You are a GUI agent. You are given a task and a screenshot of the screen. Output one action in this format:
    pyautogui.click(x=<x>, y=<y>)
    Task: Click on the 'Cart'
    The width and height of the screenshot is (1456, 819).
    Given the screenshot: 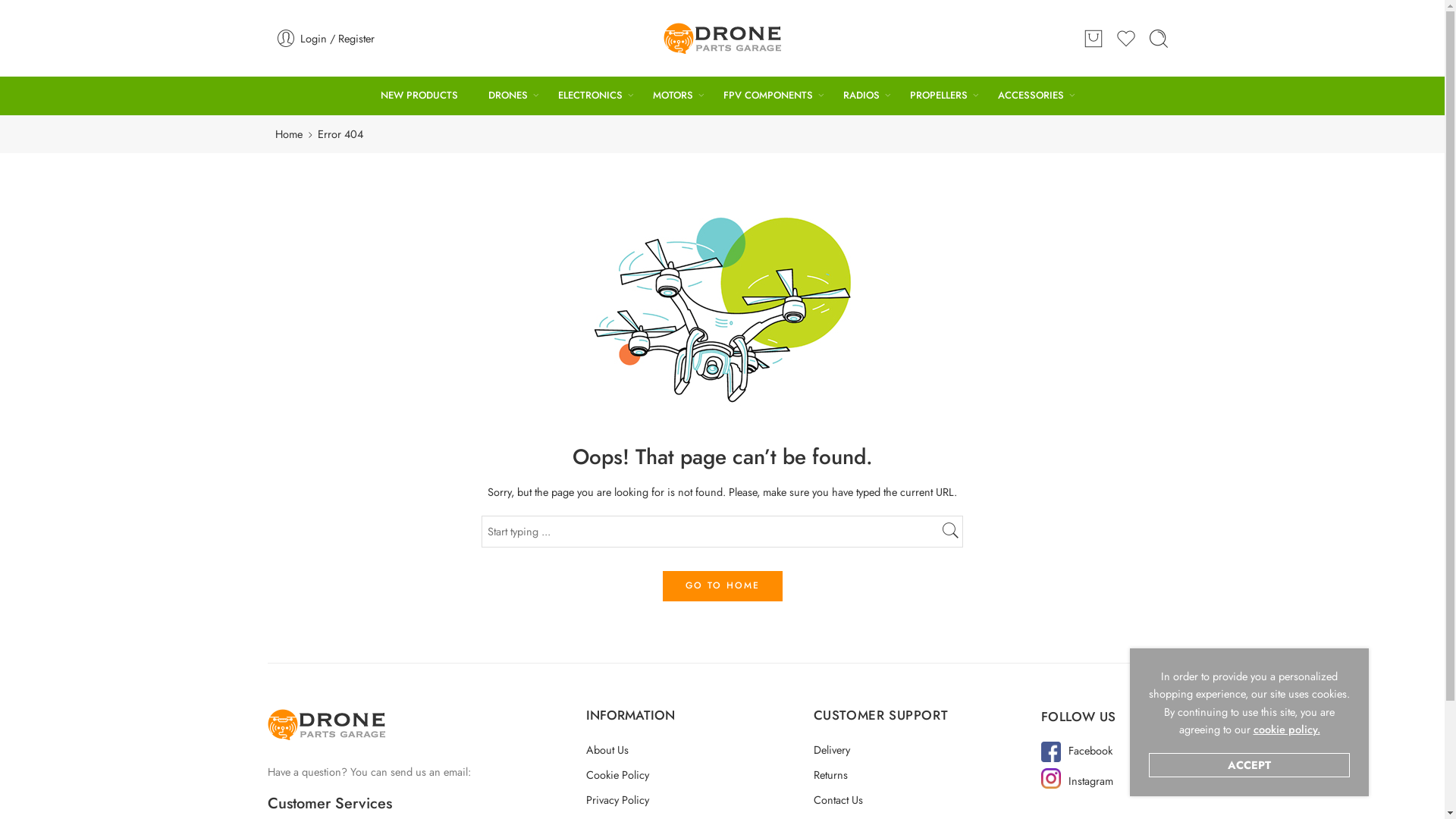 What is the action you would take?
    pyautogui.click(x=1093, y=37)
    